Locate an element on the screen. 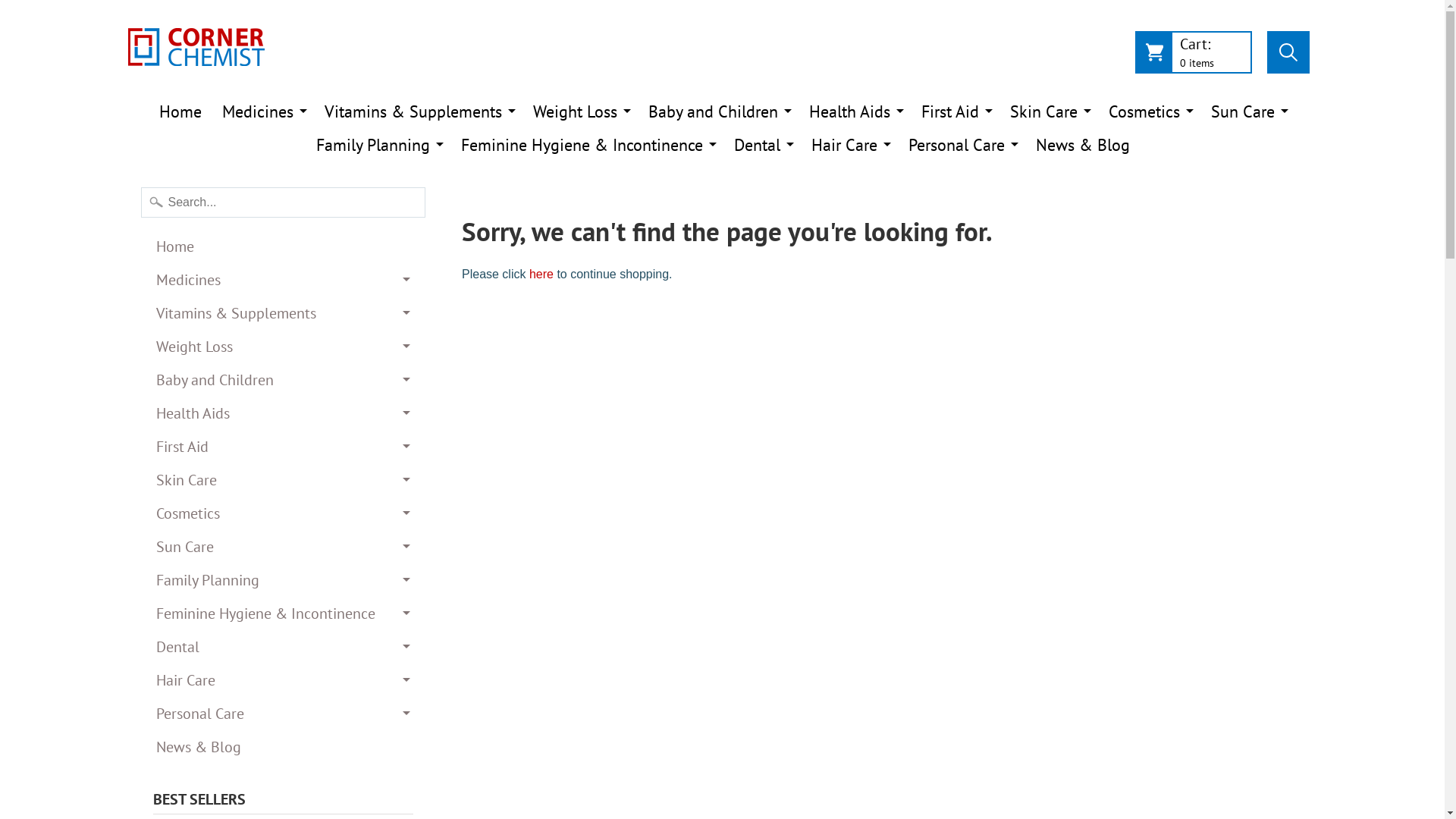 The width and height of the screenshot is (1456, 819). 'Feminine Hygiene & Incontinence' is located at coordinates (284, 613).